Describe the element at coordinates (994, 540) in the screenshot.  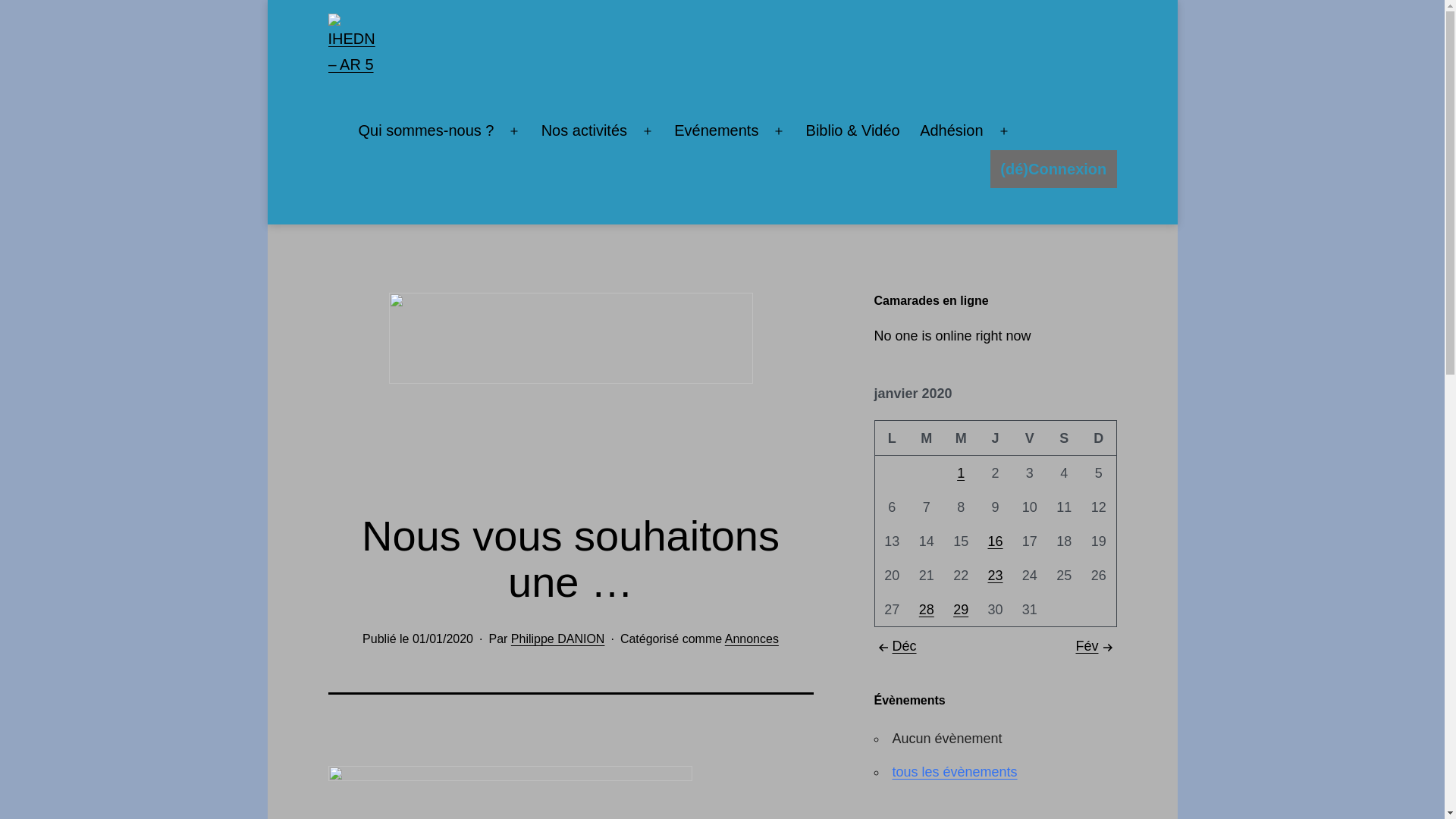
I see `'16'` at that location.